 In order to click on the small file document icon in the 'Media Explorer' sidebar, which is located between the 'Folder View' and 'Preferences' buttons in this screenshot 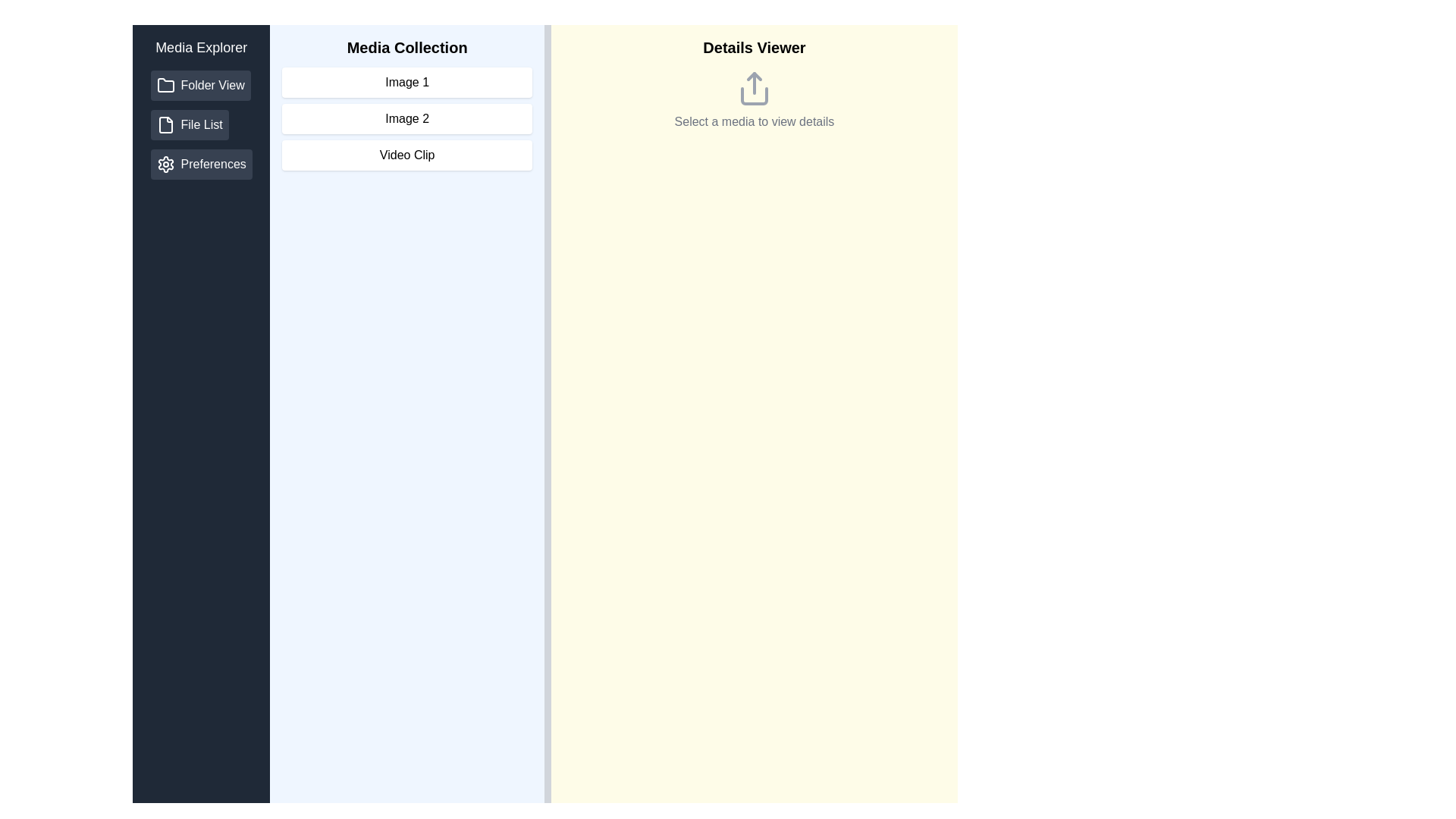, I will do `click(165, 124)`.